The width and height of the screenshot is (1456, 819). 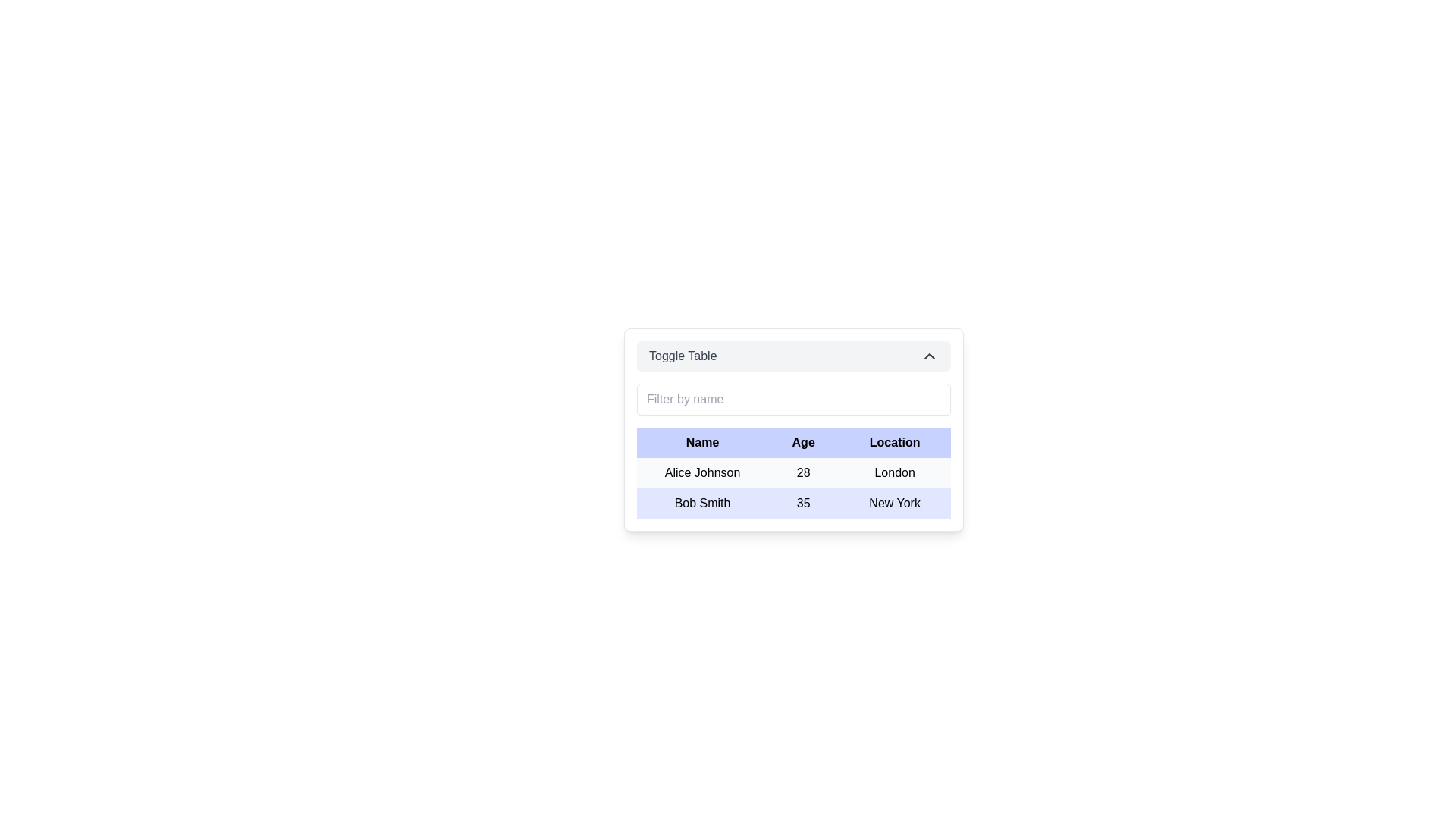 What do you see at coordinates (701, 472) in the screenshot?
I see `the text label displaying 'Alice Johnson' in black font, located in the first column of the data table under the 'Name' header` at bounding box center [701, 472].